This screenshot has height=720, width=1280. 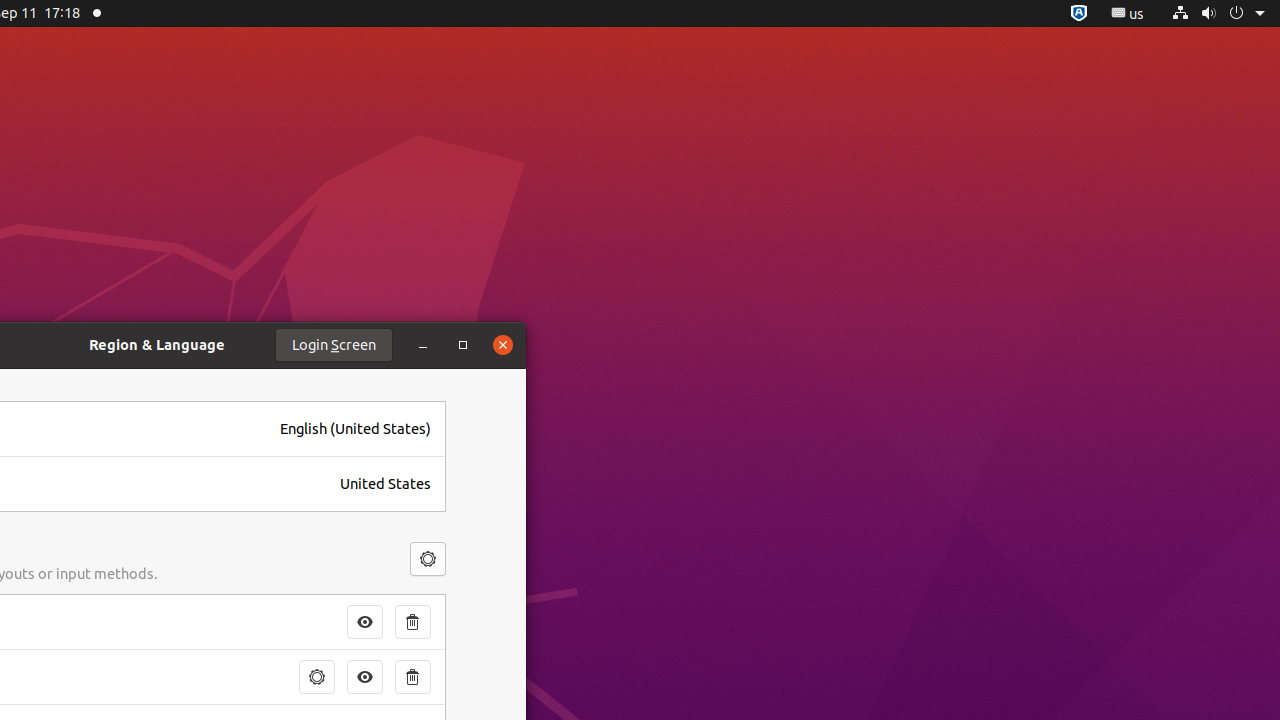 I want to click on 'Maximize', so click(x=461, y=344).